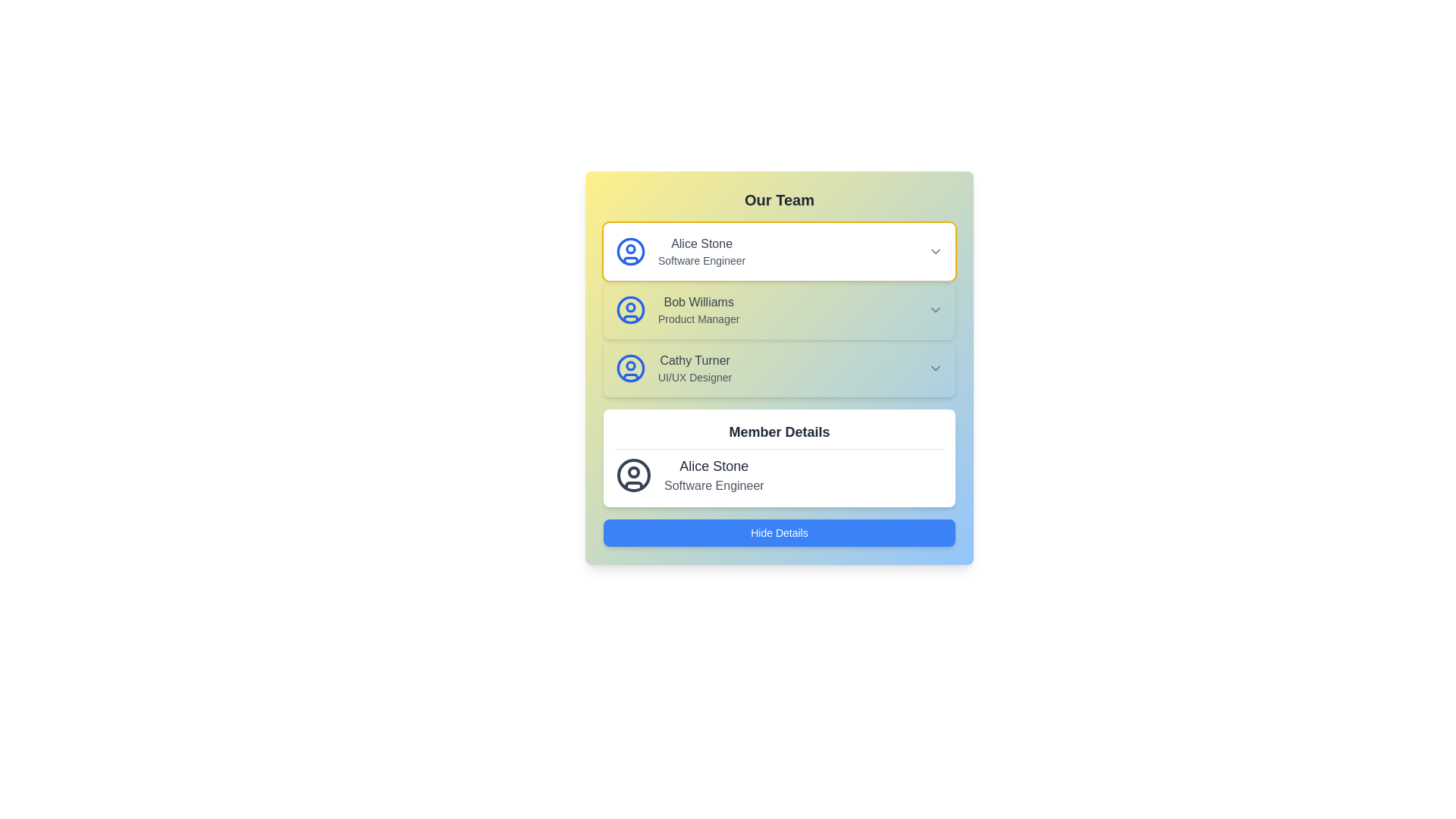  Describe the element at coordinates (698, 302) in the screenshot. I see `the text label displaying the name 'Bob Williams', which is part of the team members section, located in the second panel under 'Our Team'` at that location.